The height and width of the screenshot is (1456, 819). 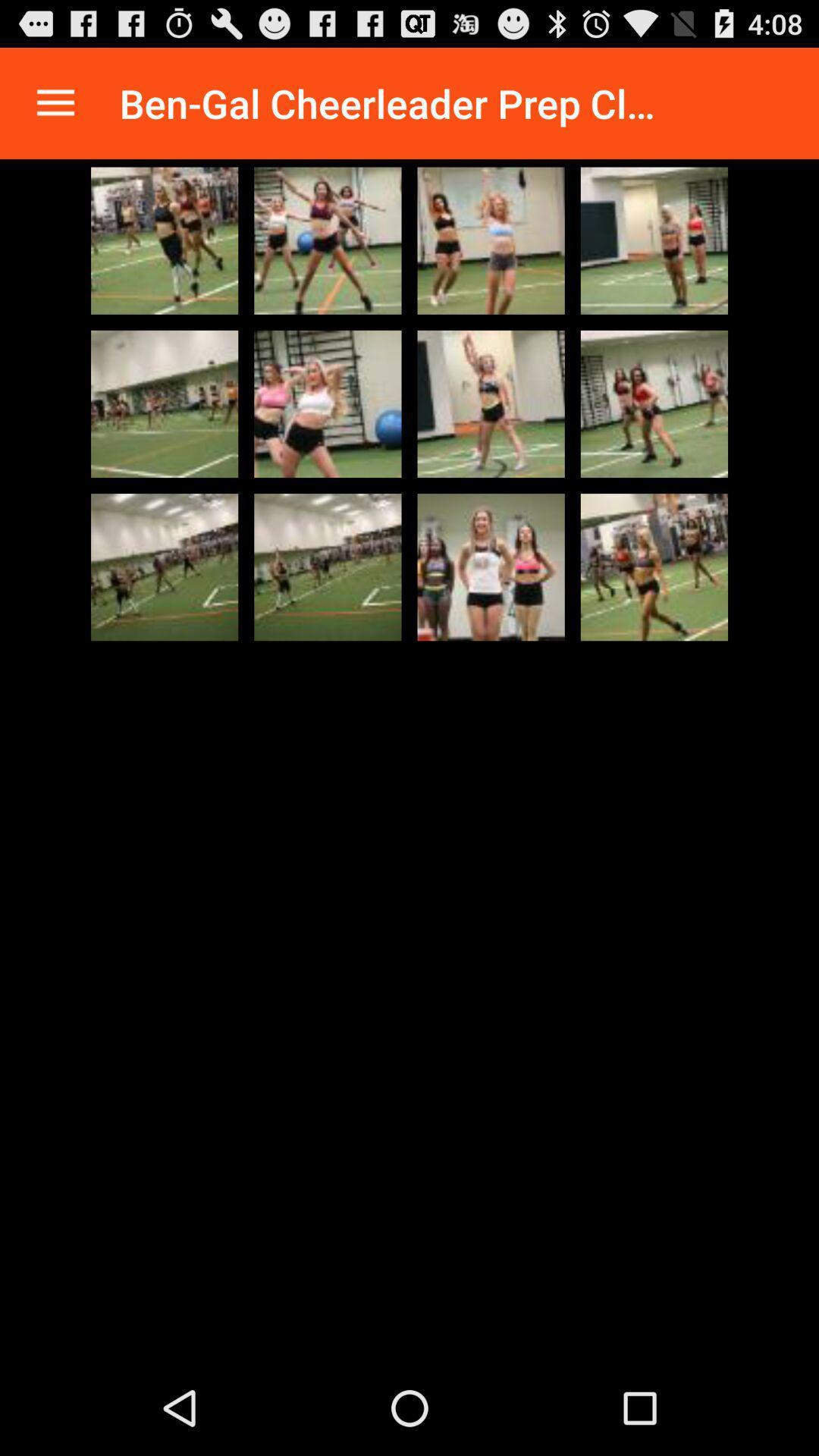 What do you see at coordinates (327, 240) in the screenshot?
I see `photo` at bounding box center [327, 240].